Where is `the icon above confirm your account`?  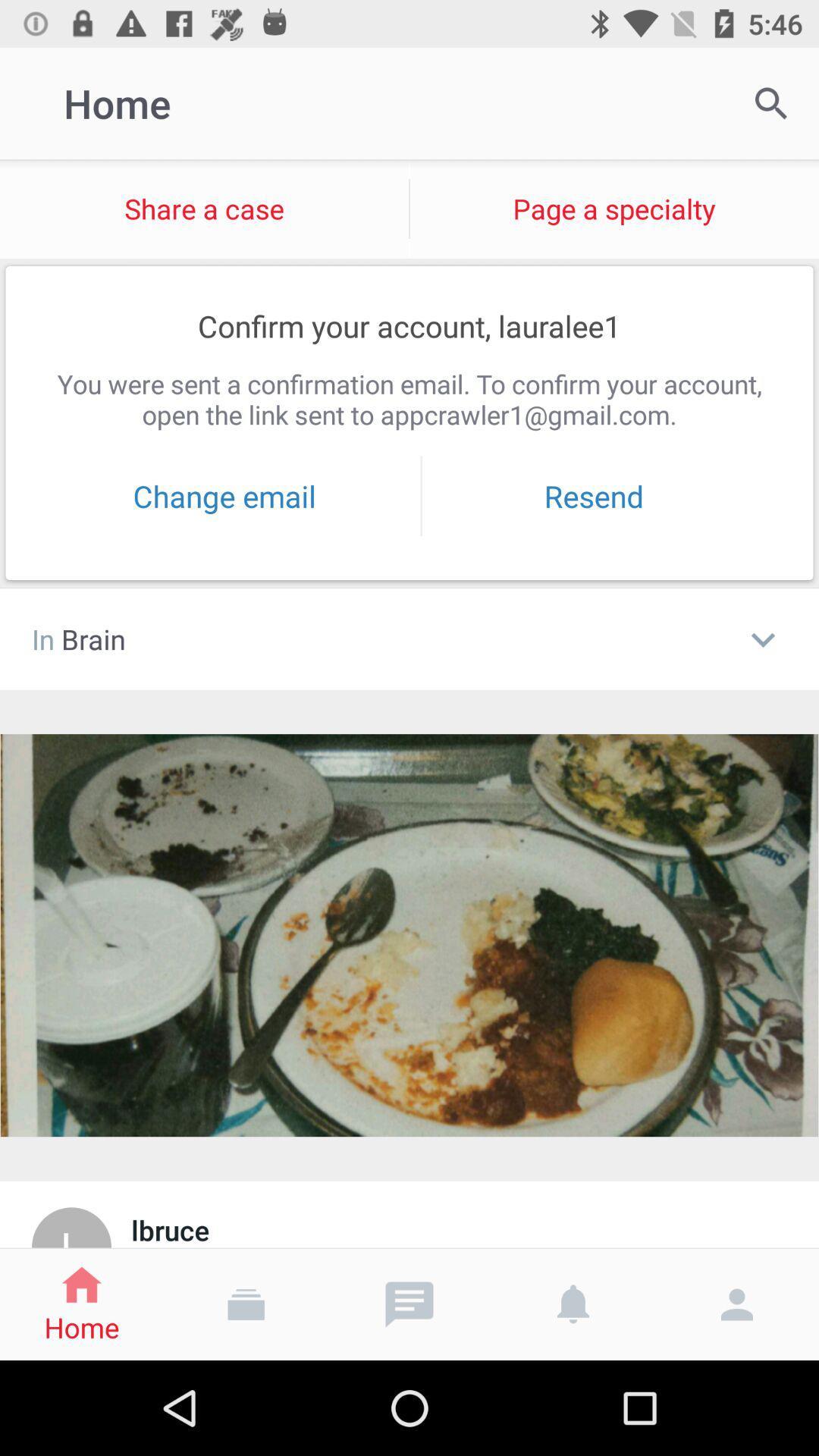
the icon above confirm your account is located at coordinates (203, 208).